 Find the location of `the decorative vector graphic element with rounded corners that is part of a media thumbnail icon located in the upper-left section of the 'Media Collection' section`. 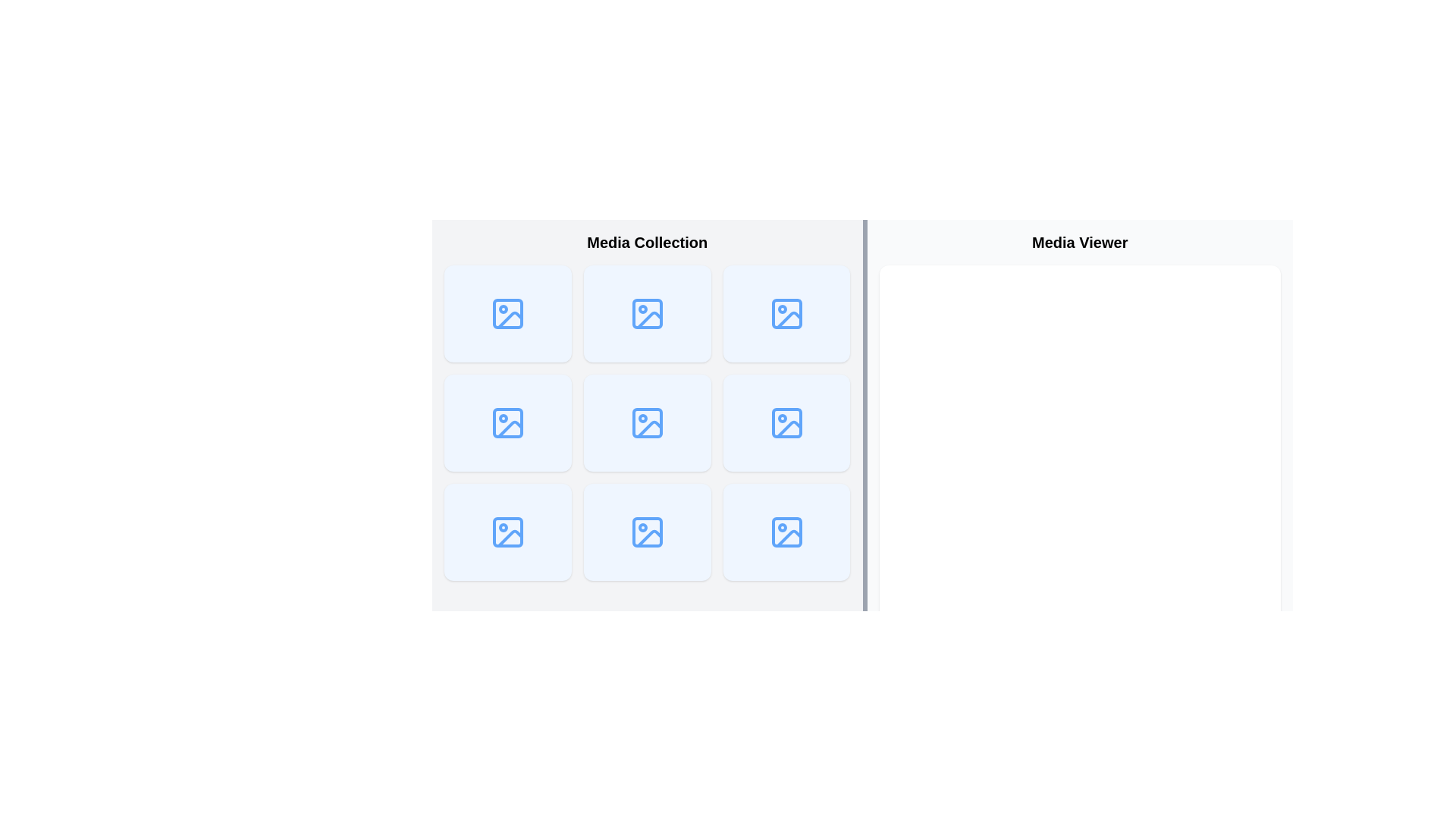

the decorative vector graphic element with rounded corners that is part of a media thumbnail icon located in the upper-left section of the 'Media Collection' section is located at coordinates (507, 312).